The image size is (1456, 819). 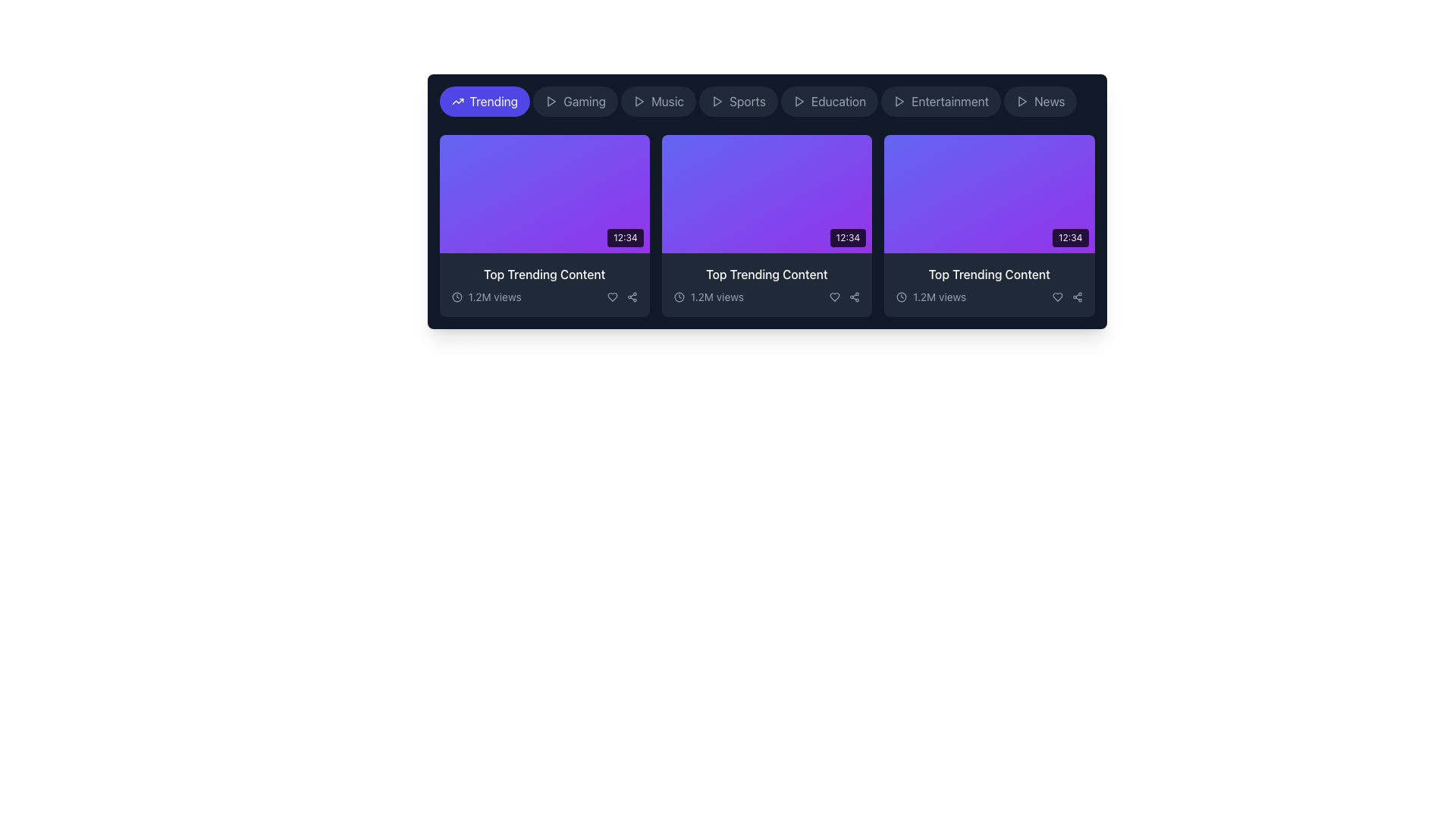 I want to click on the static informational display element that shows the view count of the associated content, located in the bottom-left corner of the first content card in a horizontally aligned list, so click(x=486, y=297).